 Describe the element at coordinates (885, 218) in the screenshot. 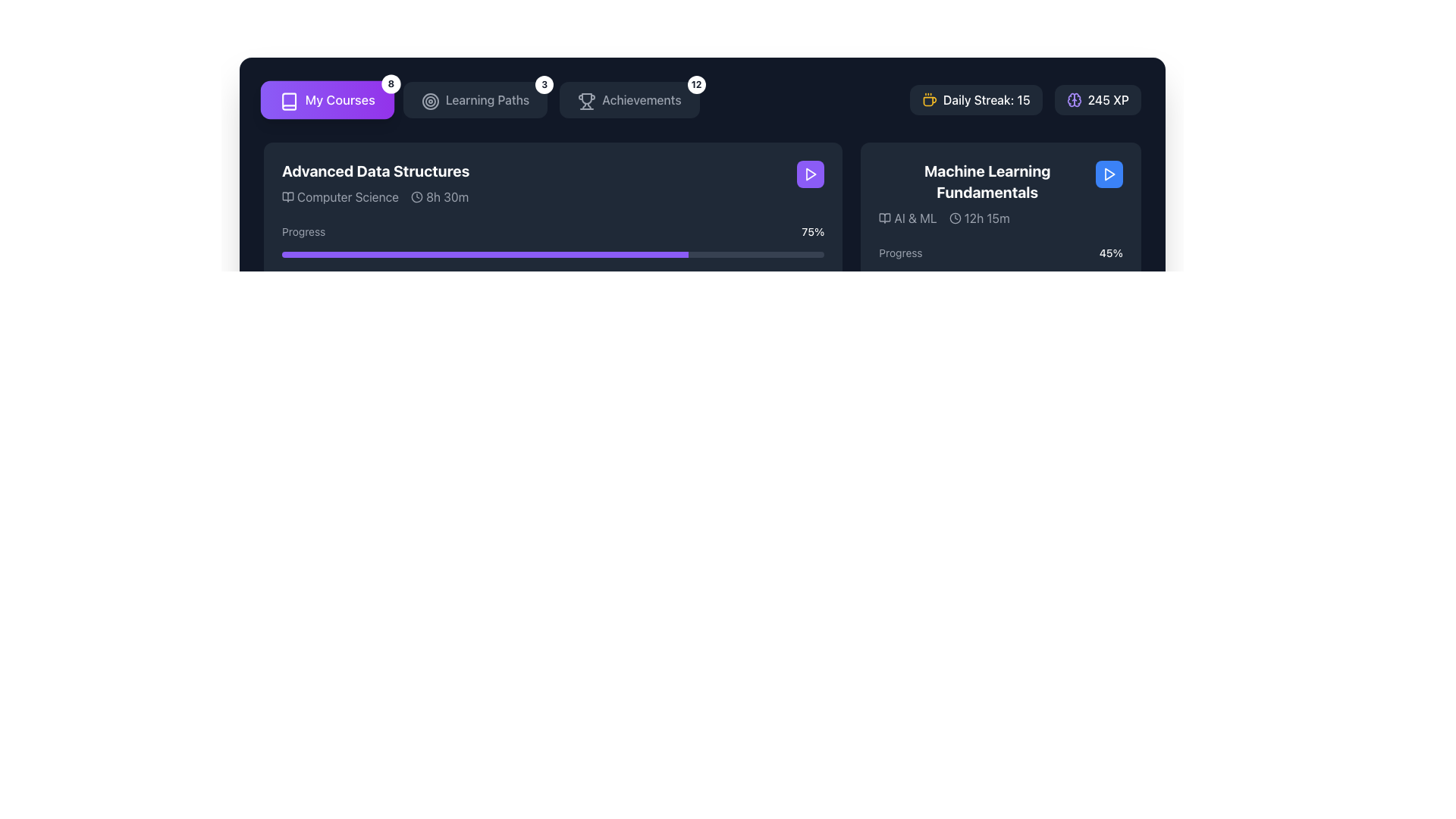

I see `the compact open book icon located to the left of the 'AI & ML' text in the 'Machine Learning Fundamentals' card` at that location.